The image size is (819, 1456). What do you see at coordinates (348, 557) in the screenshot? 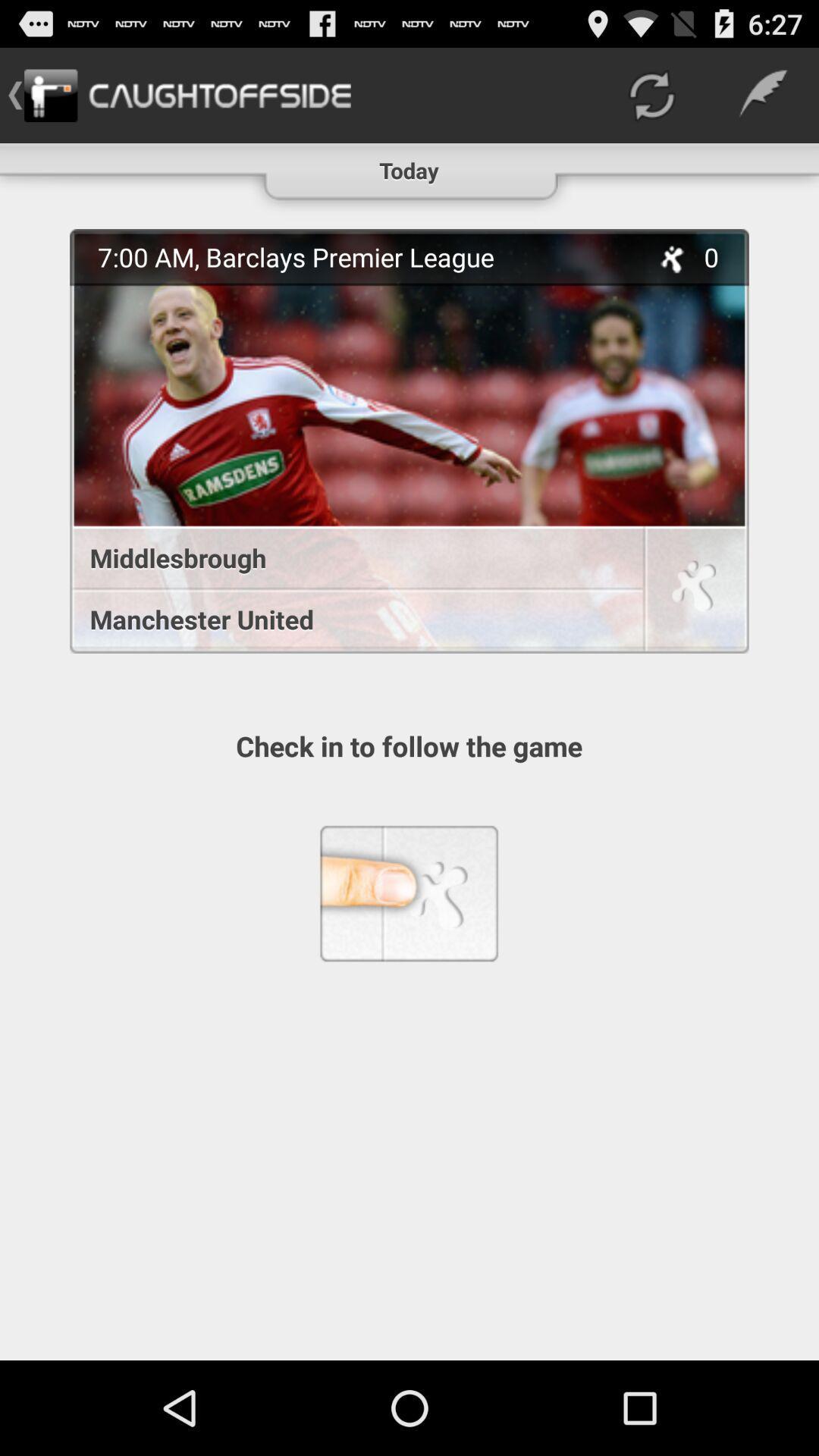
I see `the middlesbrough icon` at bounding box center [348, 557].